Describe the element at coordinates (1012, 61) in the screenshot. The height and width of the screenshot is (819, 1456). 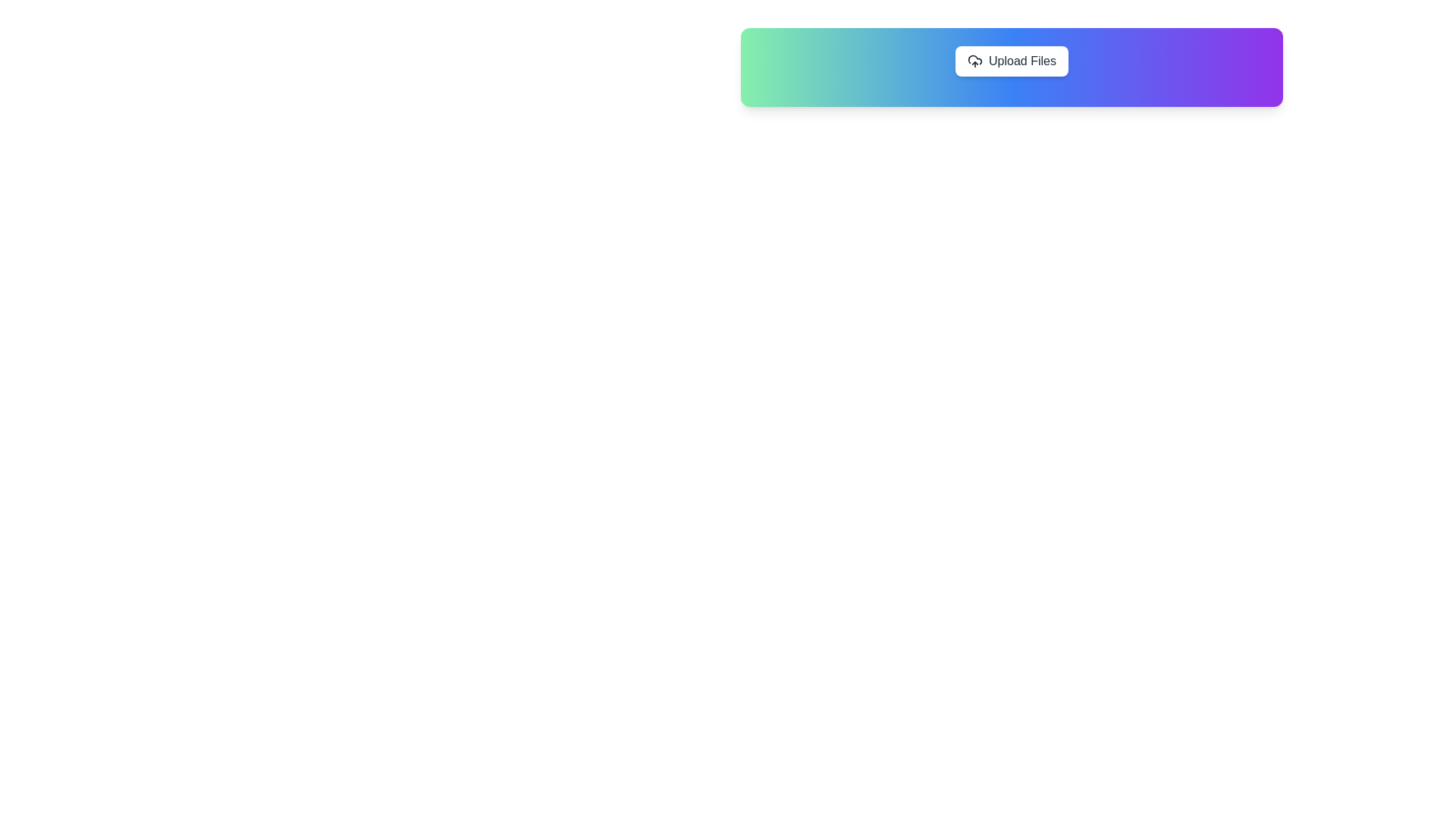
I see `the 'Upload Files' button, which features a cloud icon and gray text on a white background` at that location.